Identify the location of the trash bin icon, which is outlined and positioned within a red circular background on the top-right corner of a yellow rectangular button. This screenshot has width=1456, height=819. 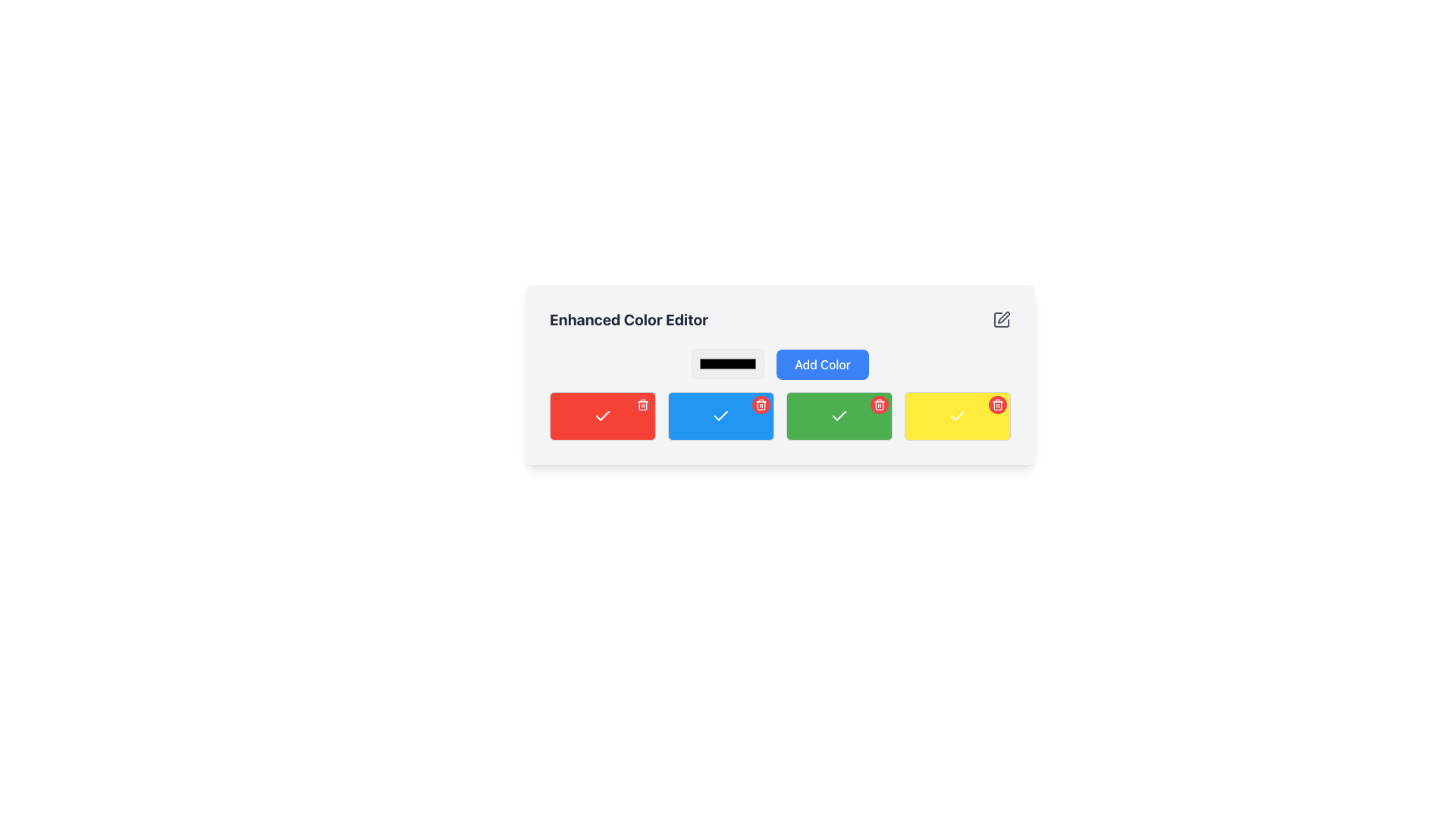
(997, 403).